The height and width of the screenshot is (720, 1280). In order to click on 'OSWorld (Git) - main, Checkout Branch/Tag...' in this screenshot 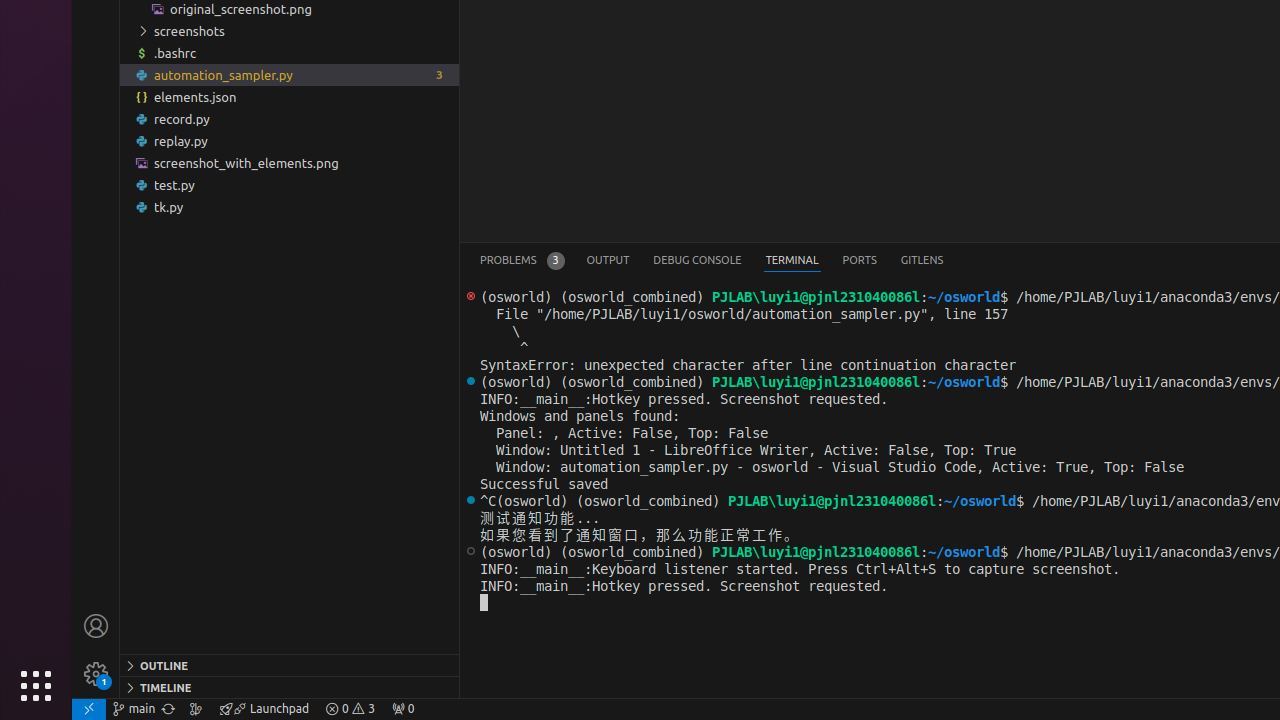, I will do `click(133, 707)`.